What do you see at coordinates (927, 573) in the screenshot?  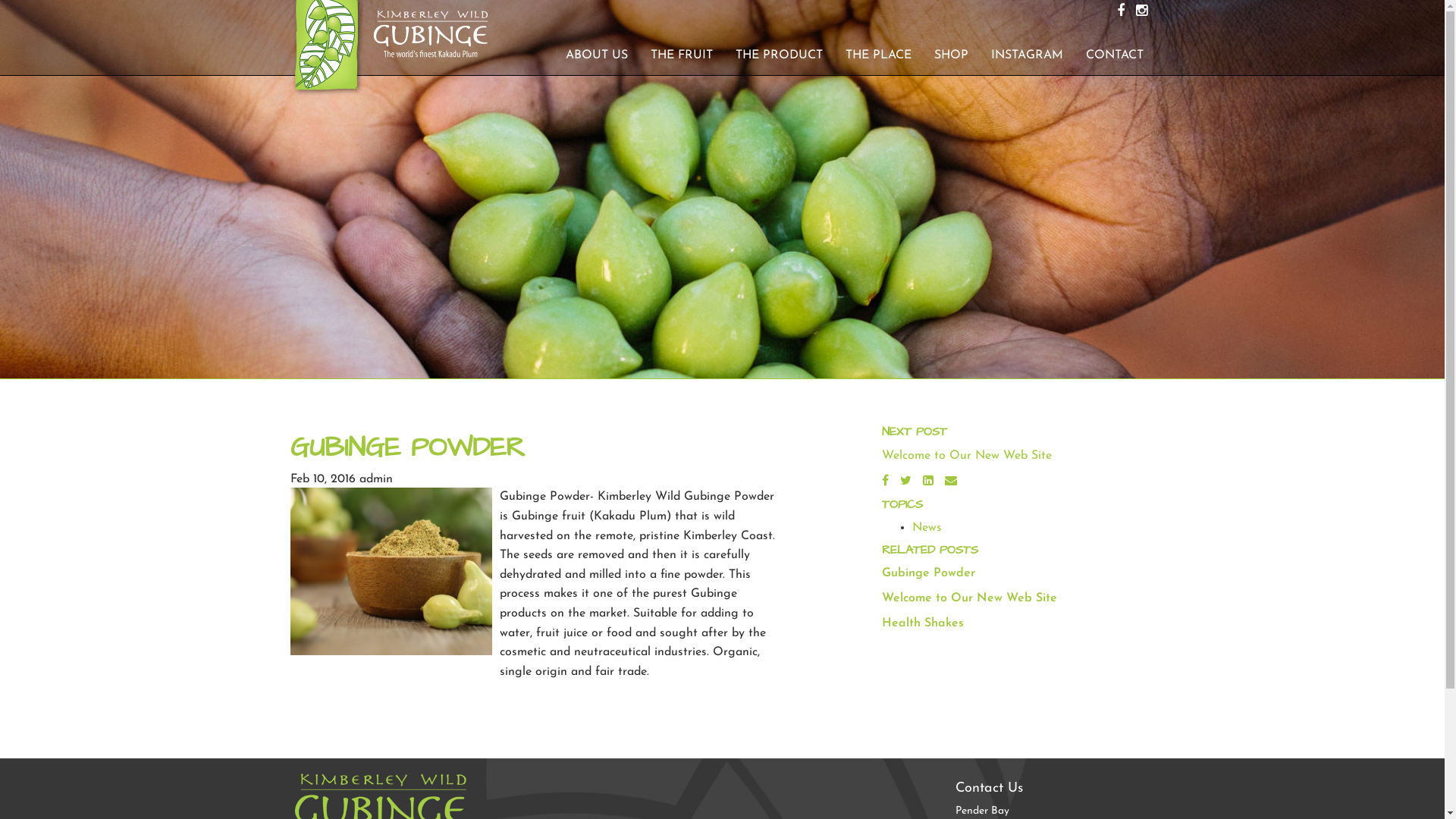 I see `'Gubinge Powder'` at bounding box center [927, 573].